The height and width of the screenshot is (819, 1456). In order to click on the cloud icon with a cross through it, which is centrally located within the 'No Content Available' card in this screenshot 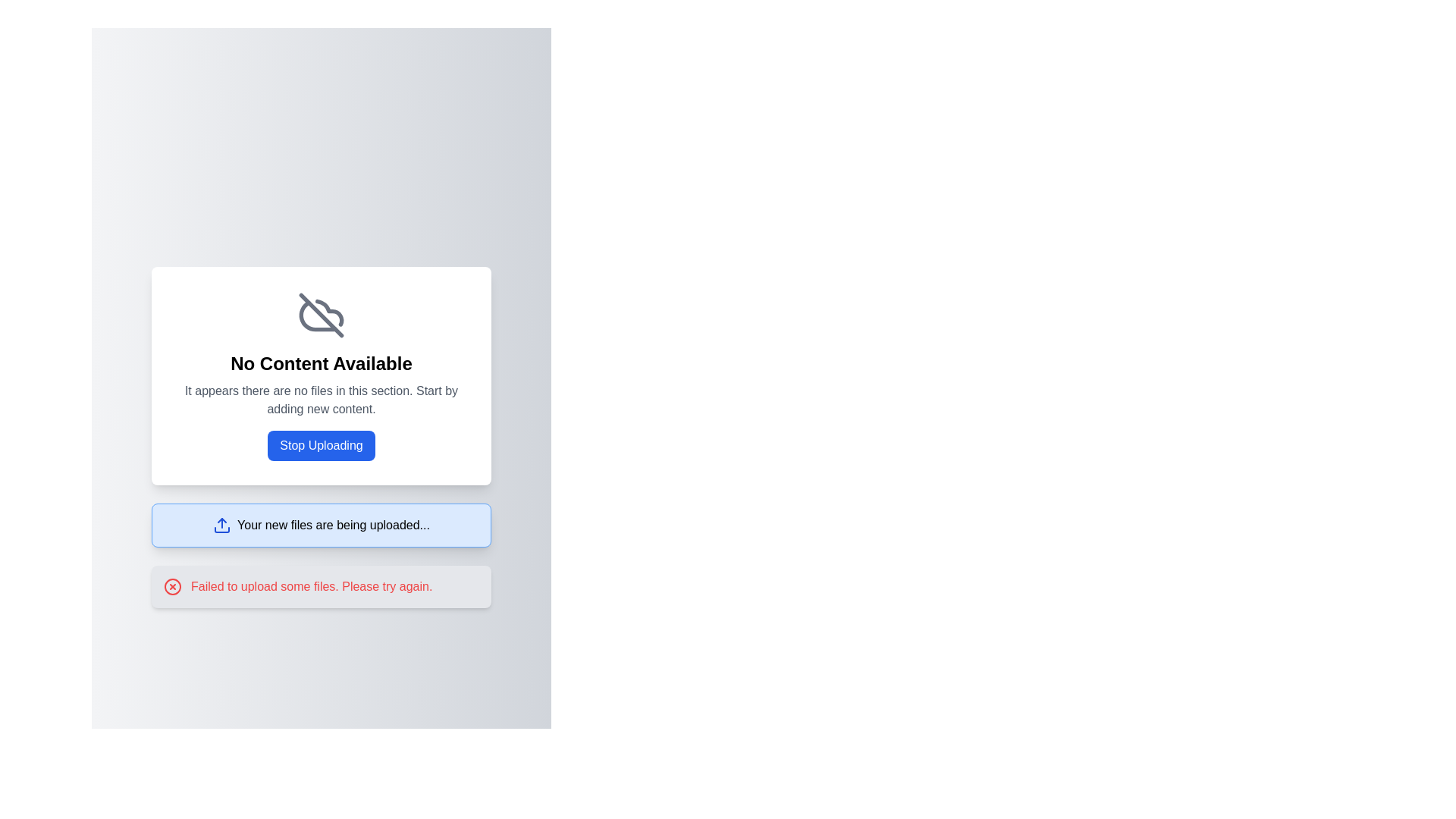, I will do `click(320, 314)`.